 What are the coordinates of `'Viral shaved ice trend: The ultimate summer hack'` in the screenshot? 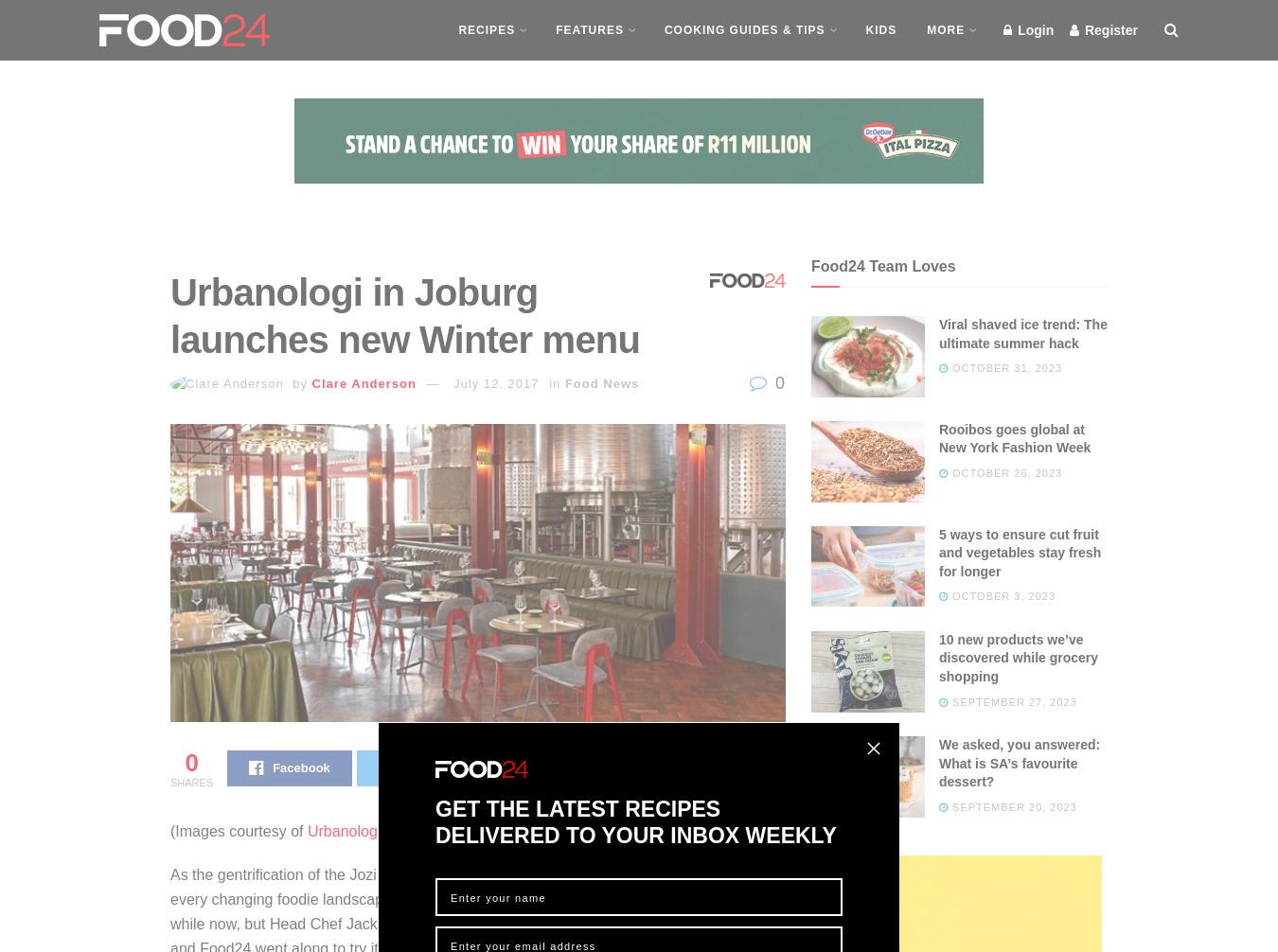 It's located at (1022, 332).